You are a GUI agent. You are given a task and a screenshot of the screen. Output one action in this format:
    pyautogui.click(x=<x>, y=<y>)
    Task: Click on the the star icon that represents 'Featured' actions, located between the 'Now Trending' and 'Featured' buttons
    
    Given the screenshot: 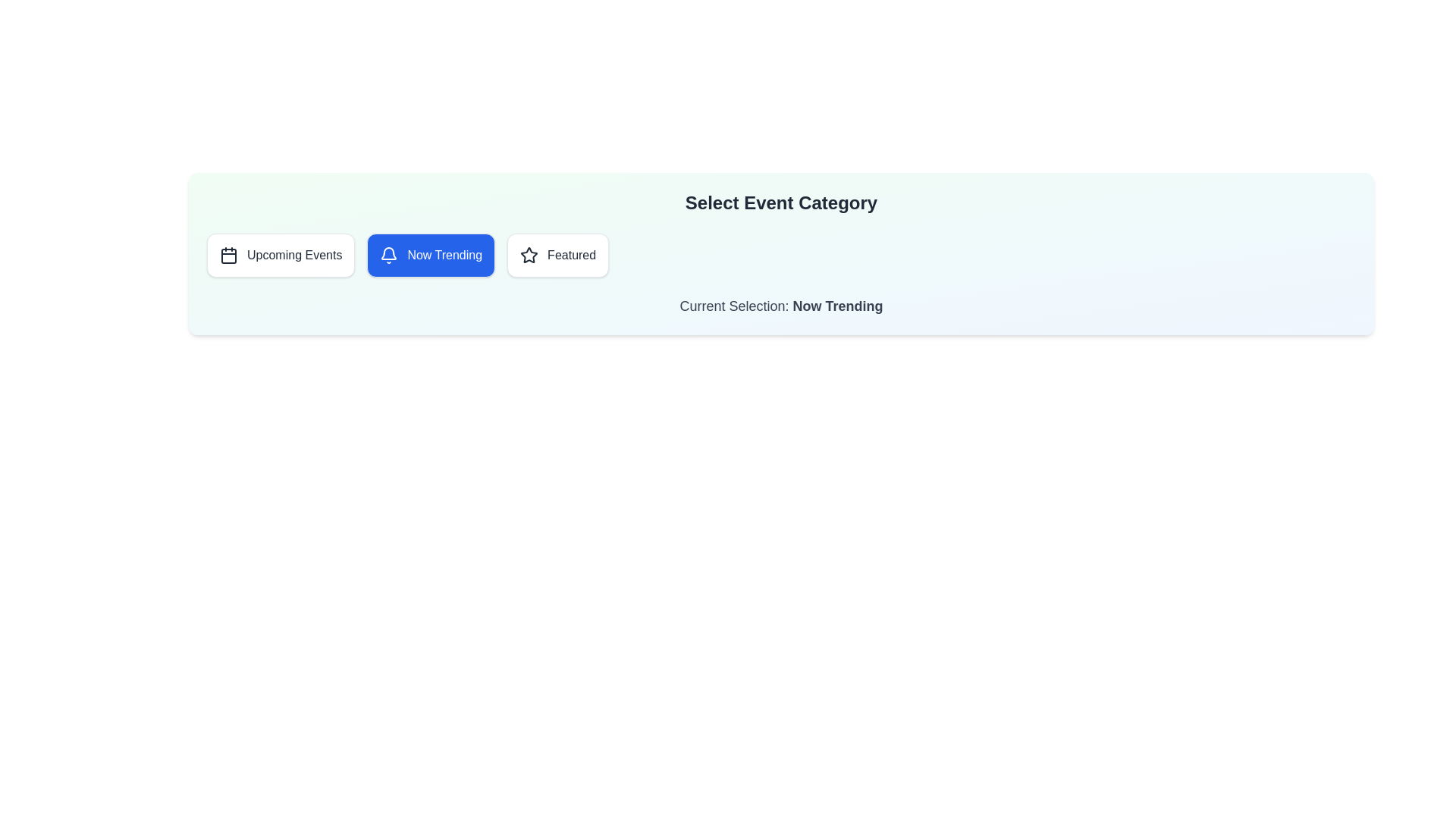 What is the action you would take?
    pyautogui.click(x=529, y=254)
    